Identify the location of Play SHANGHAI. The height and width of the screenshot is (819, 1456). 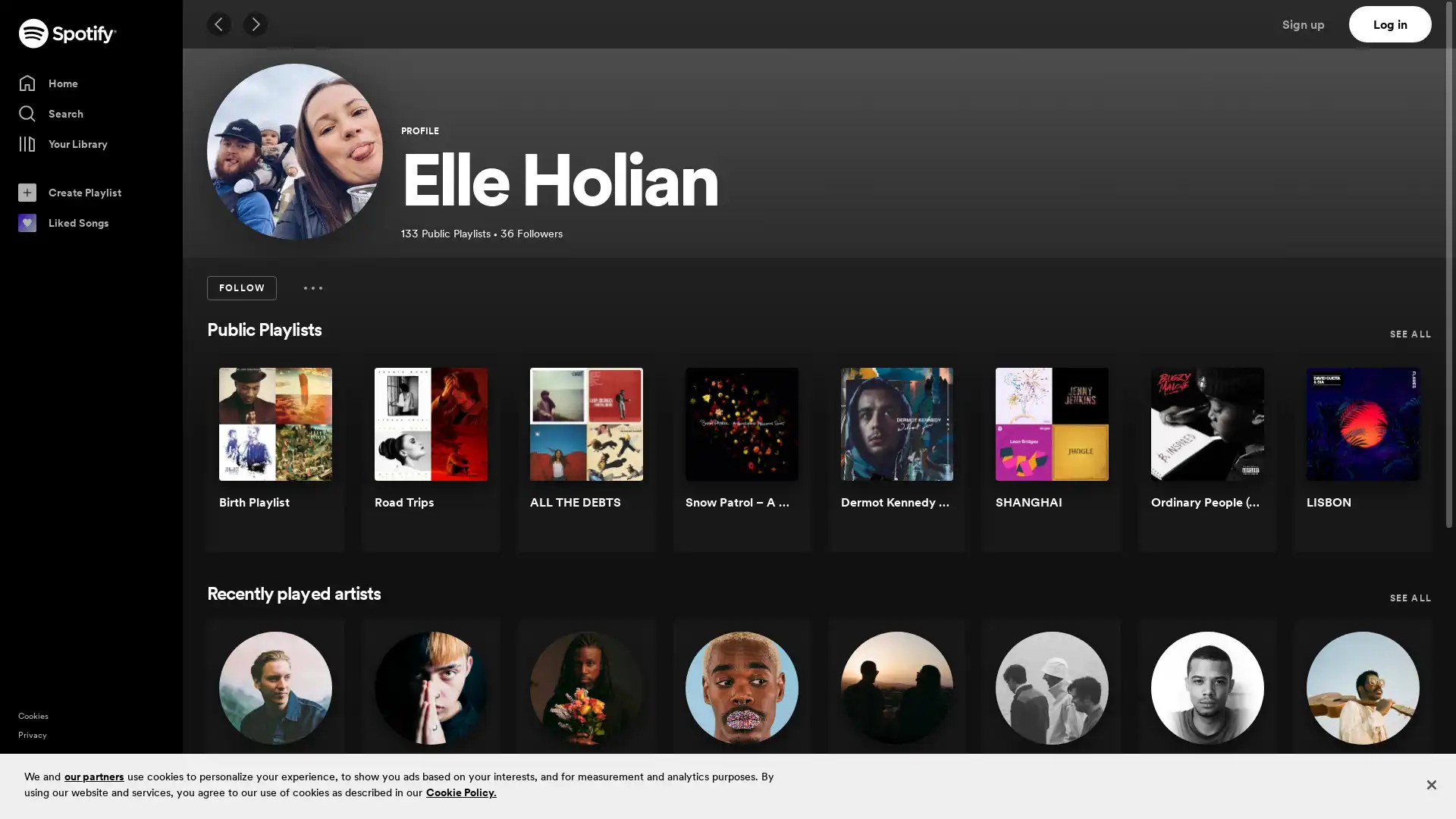
(1084, 461).